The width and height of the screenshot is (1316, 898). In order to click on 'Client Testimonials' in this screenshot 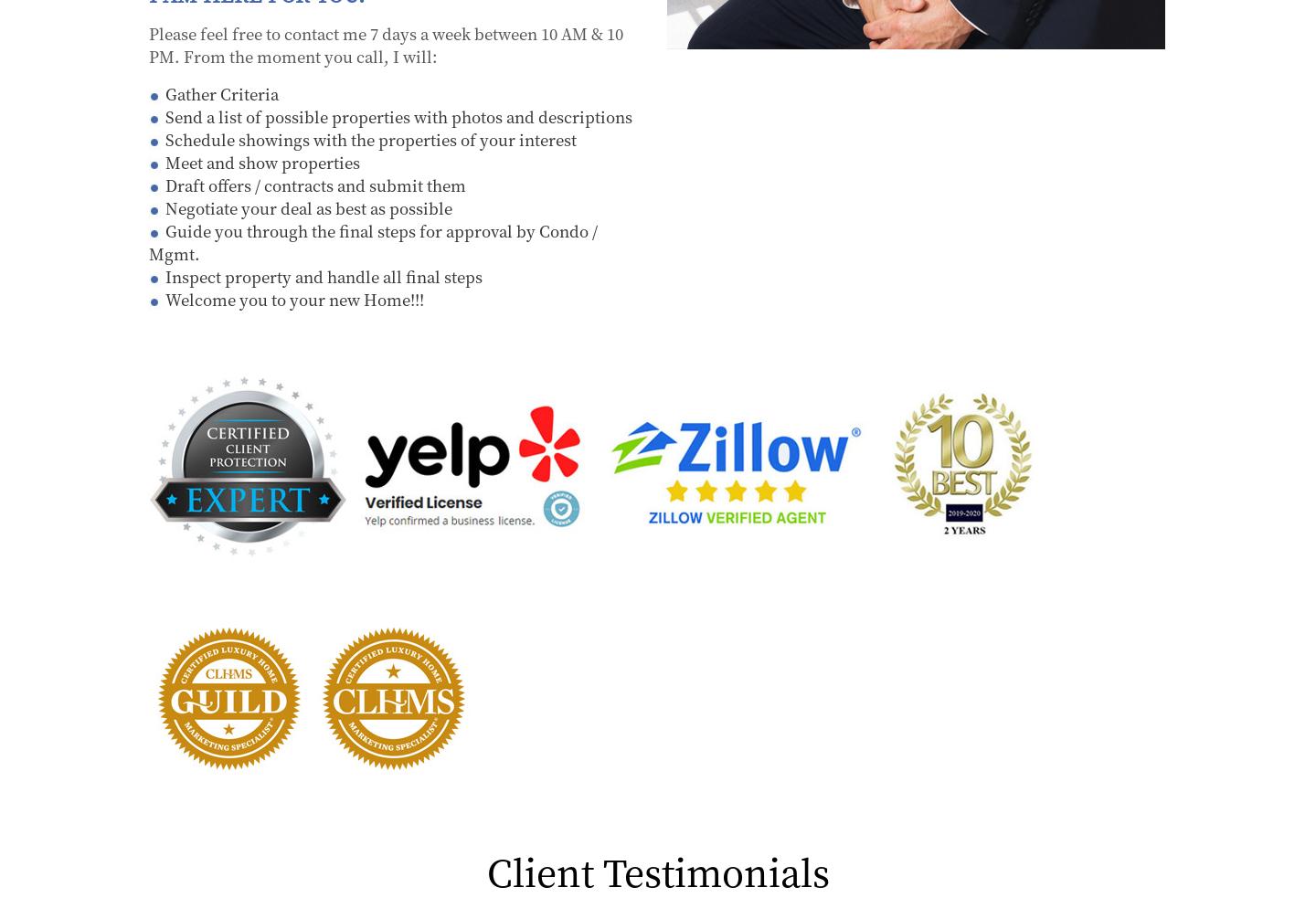, I will do `click(484, 870)`.